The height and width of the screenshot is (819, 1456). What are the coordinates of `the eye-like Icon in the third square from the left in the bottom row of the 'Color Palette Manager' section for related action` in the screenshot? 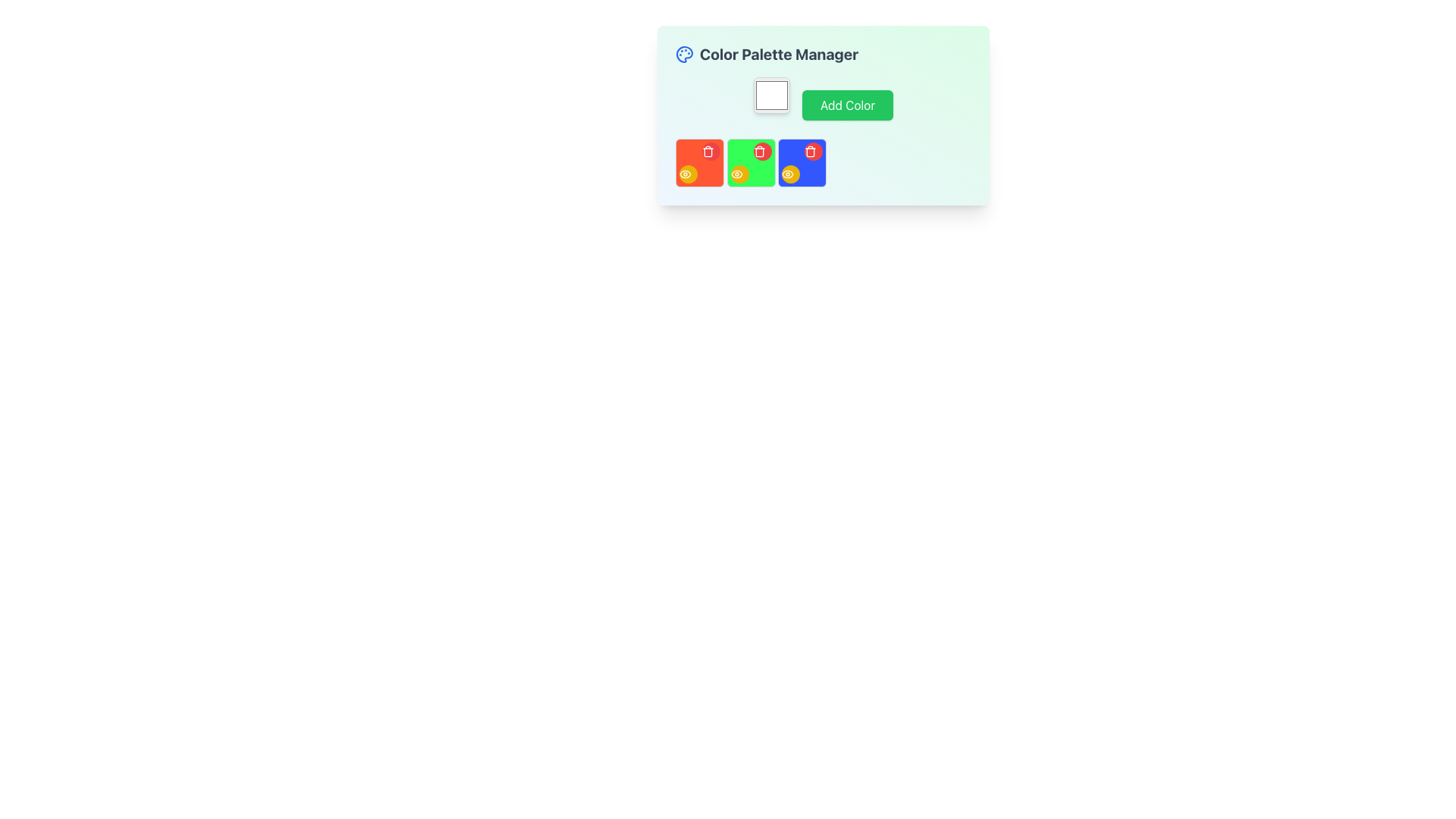 It's located at (684, 174).